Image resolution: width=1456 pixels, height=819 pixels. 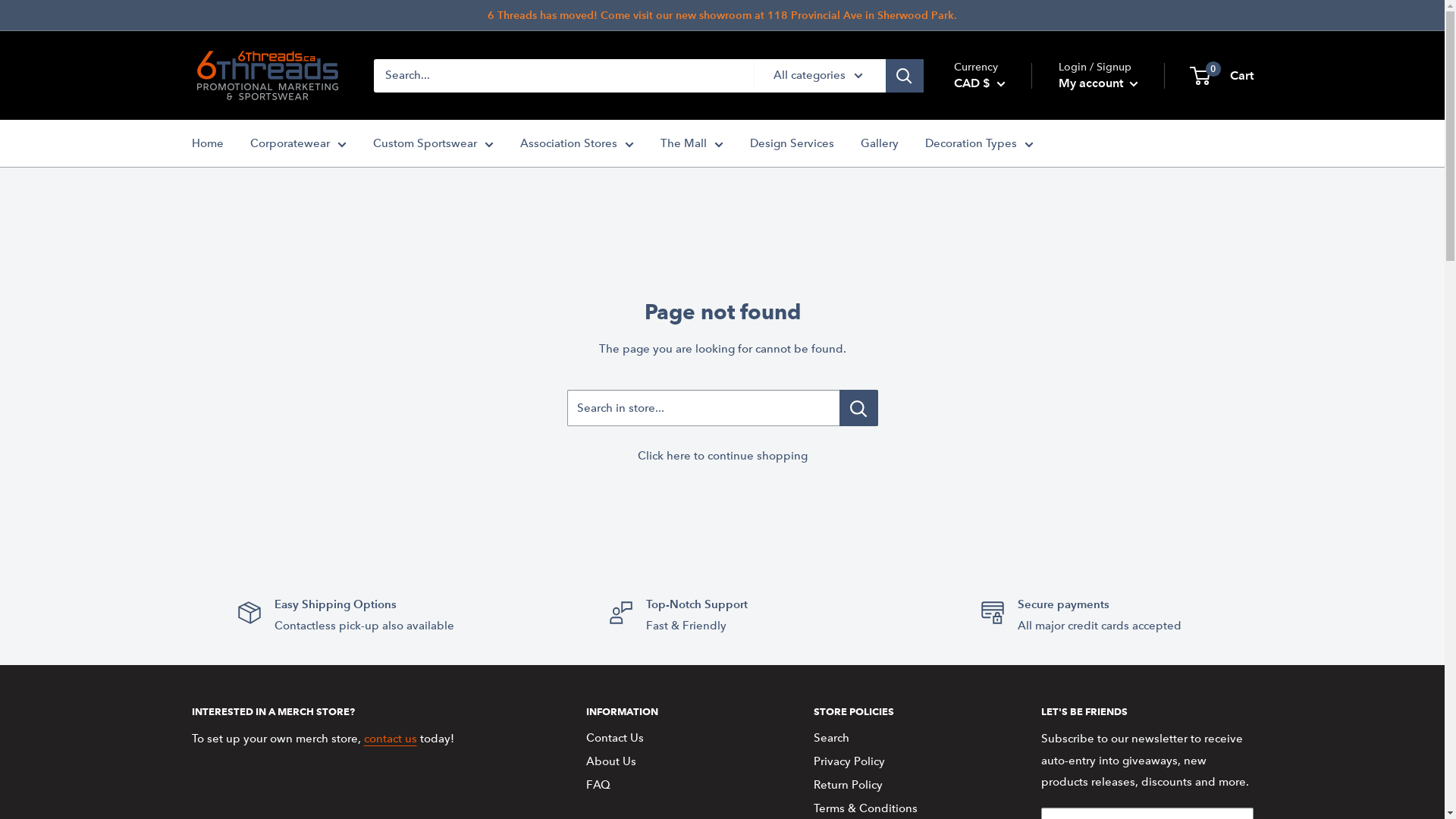 What do you see at coordinates (878, 143) in the screenshot?
I see `'Gallery'` at bounding box center [878, 143].